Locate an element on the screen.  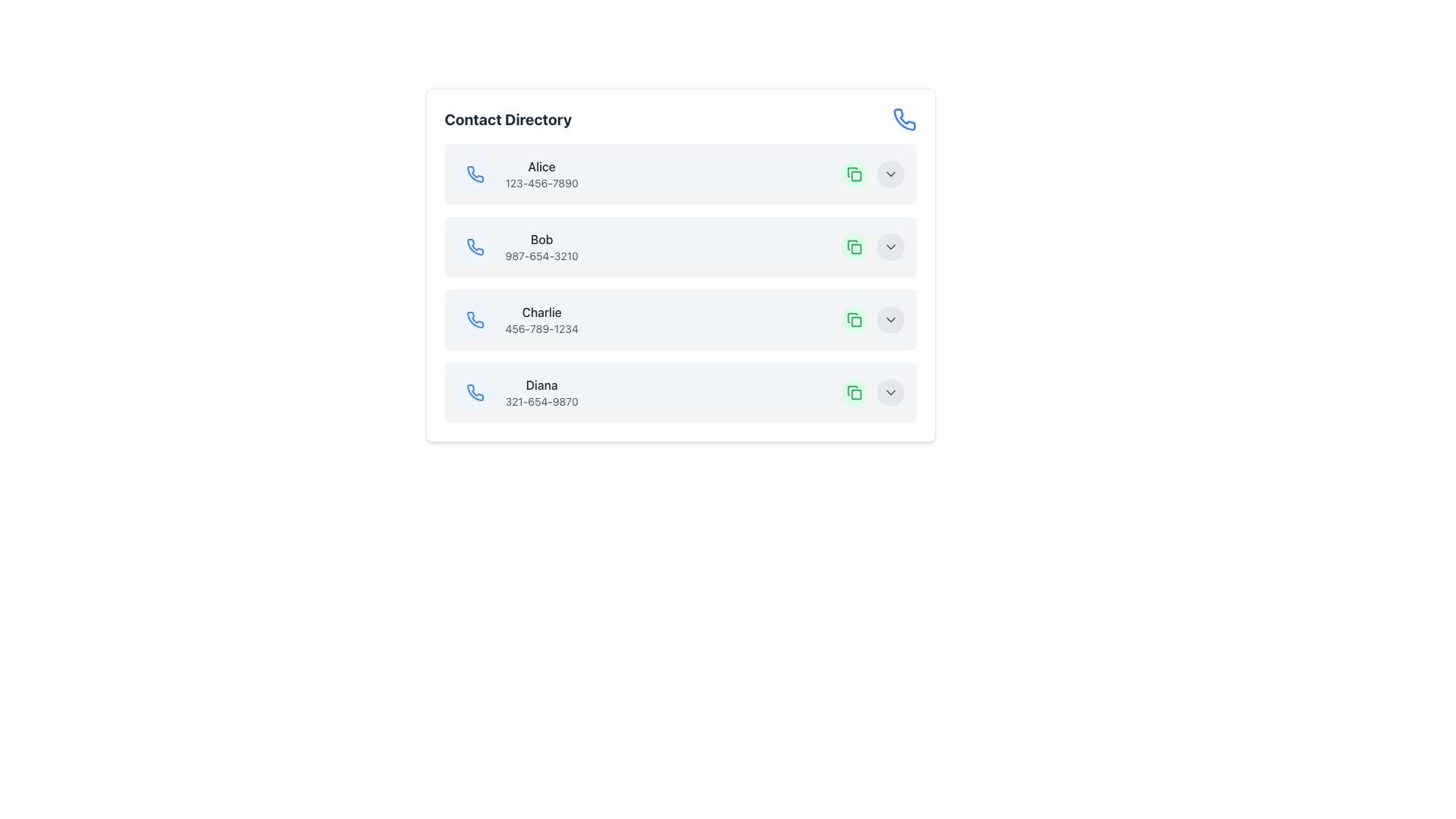
the text label displaying the phone number '123-456-7890', which is styled in gray and positioned below the name 'Alice' in the contact list is located at coordinates (541, 183).